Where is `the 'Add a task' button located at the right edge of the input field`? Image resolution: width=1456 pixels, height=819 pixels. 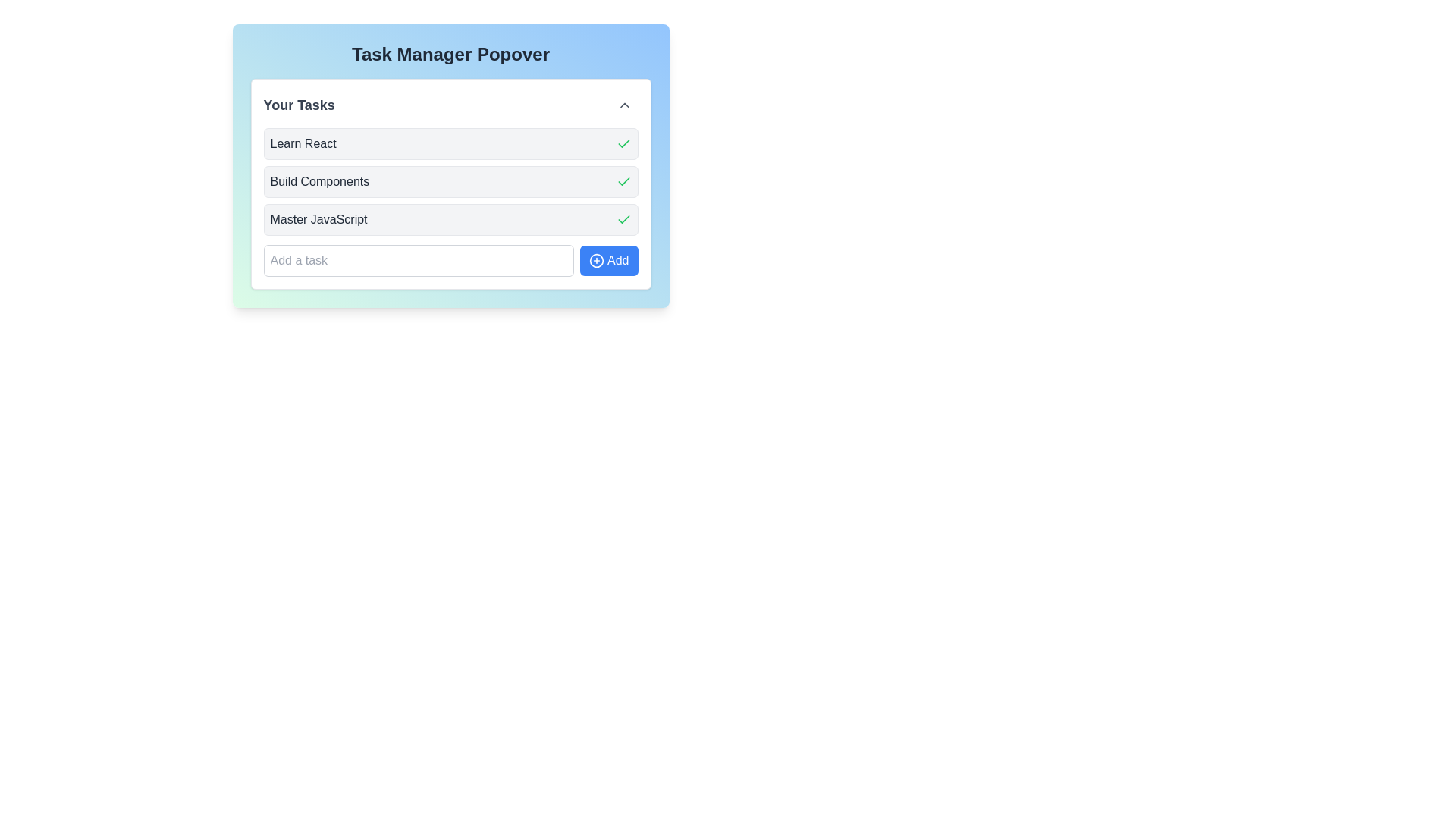 the 'Add a task' button located at the right edge of the input field is located at coordinates (608, 259).